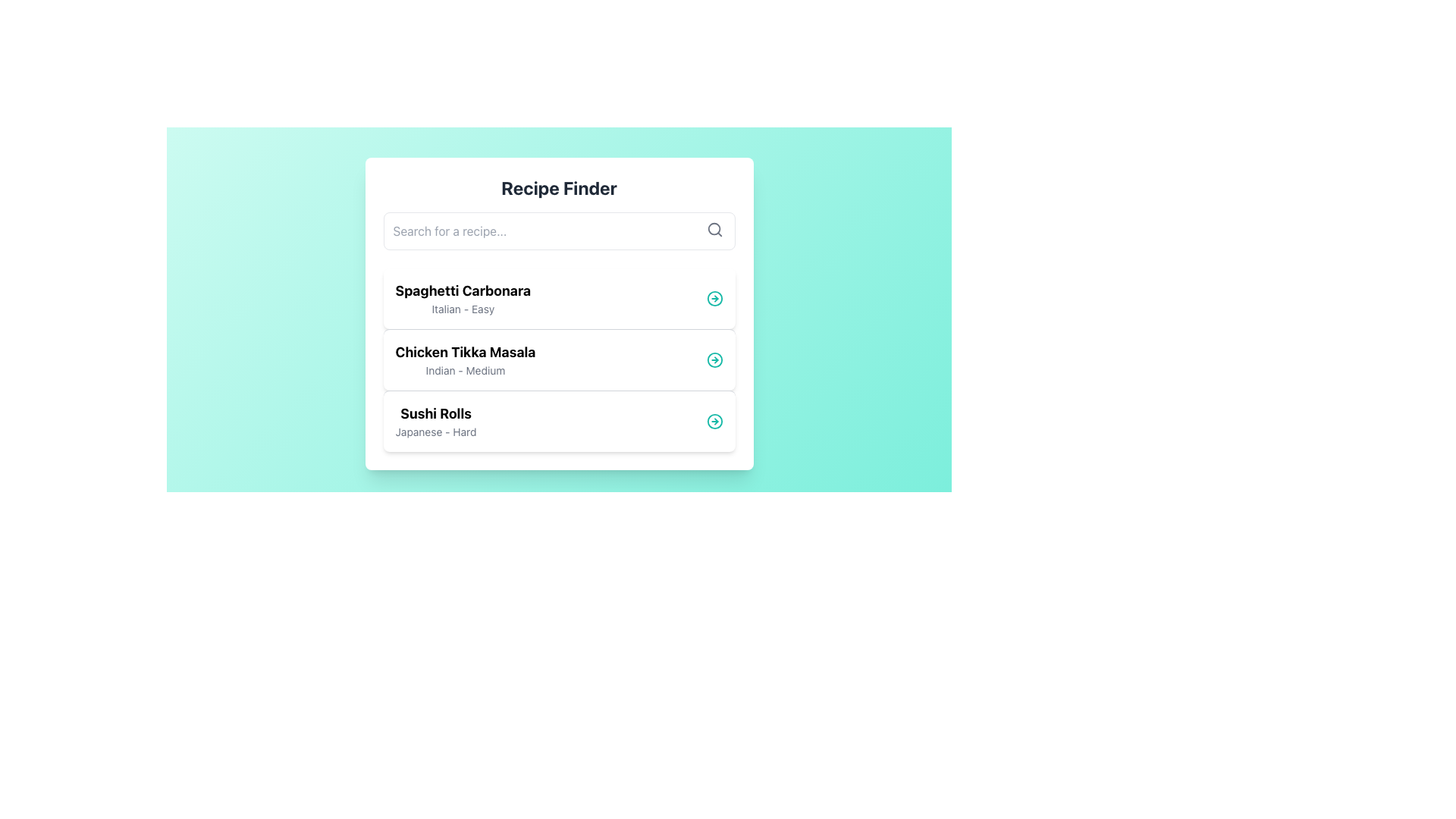 This screenshot has height=819, width=1456. I want to click on text content of the 'Sushi Rolls' label, which is displayed in bold and large font inside a white card, located under 'Chicken Tikka Masala' in the 'Recipe Finder' section, so click(435, 414).